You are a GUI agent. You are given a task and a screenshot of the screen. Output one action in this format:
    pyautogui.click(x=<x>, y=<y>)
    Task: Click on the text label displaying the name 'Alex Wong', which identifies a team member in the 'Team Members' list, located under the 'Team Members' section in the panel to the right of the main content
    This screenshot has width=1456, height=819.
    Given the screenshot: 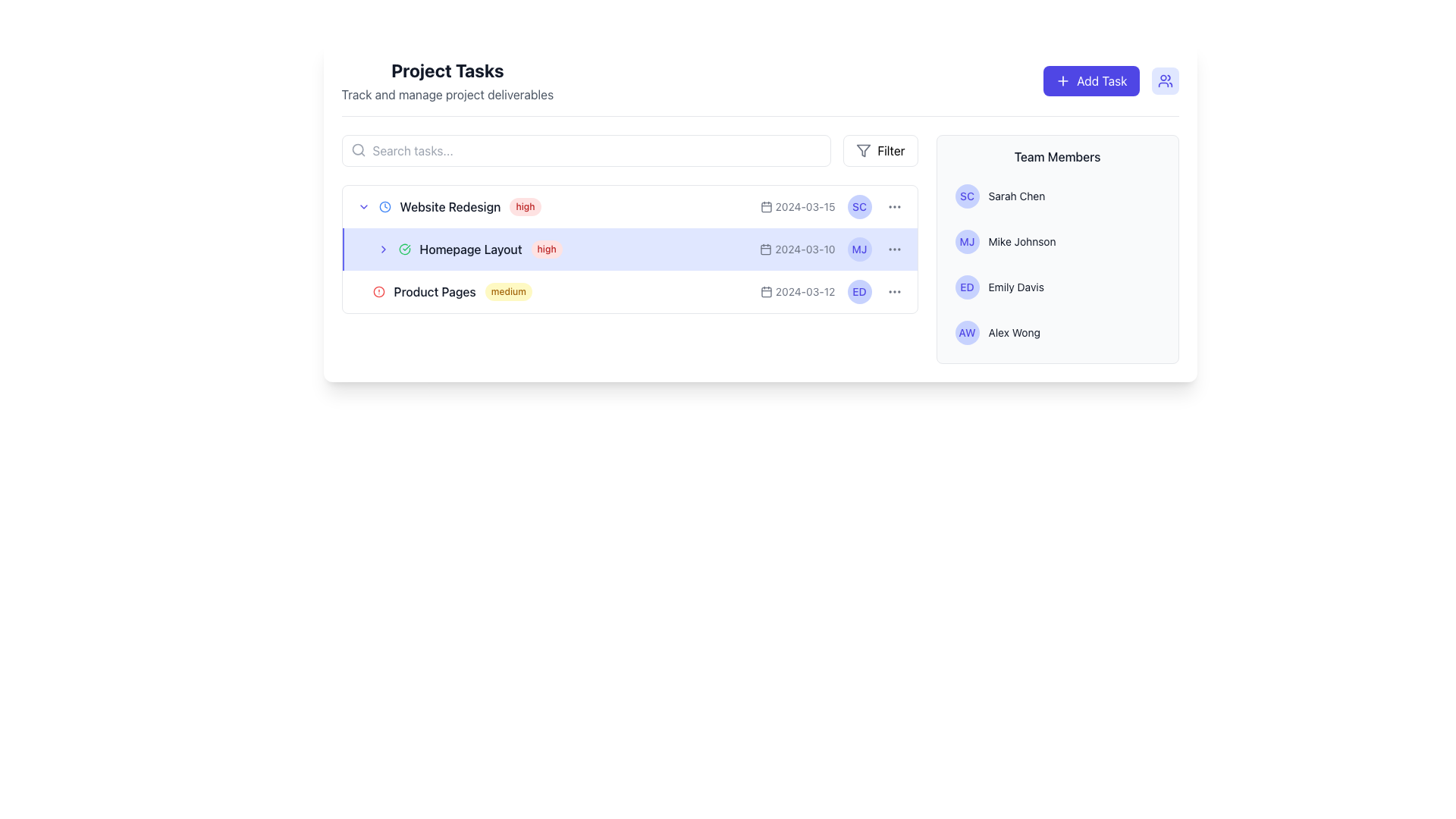 What is the action you would take?
    pyautogui.click(x=1014, y=332)
    